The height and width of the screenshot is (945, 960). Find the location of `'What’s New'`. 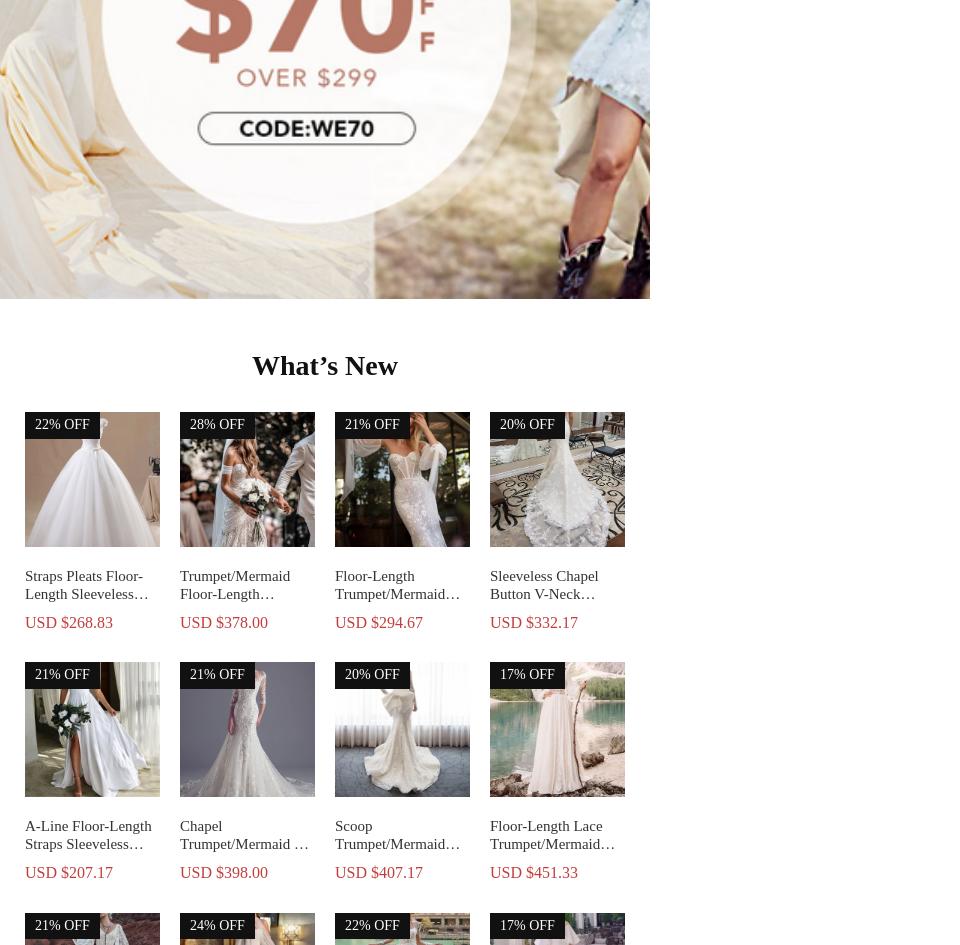

'What’s New' is located at coordinates (251, 363).